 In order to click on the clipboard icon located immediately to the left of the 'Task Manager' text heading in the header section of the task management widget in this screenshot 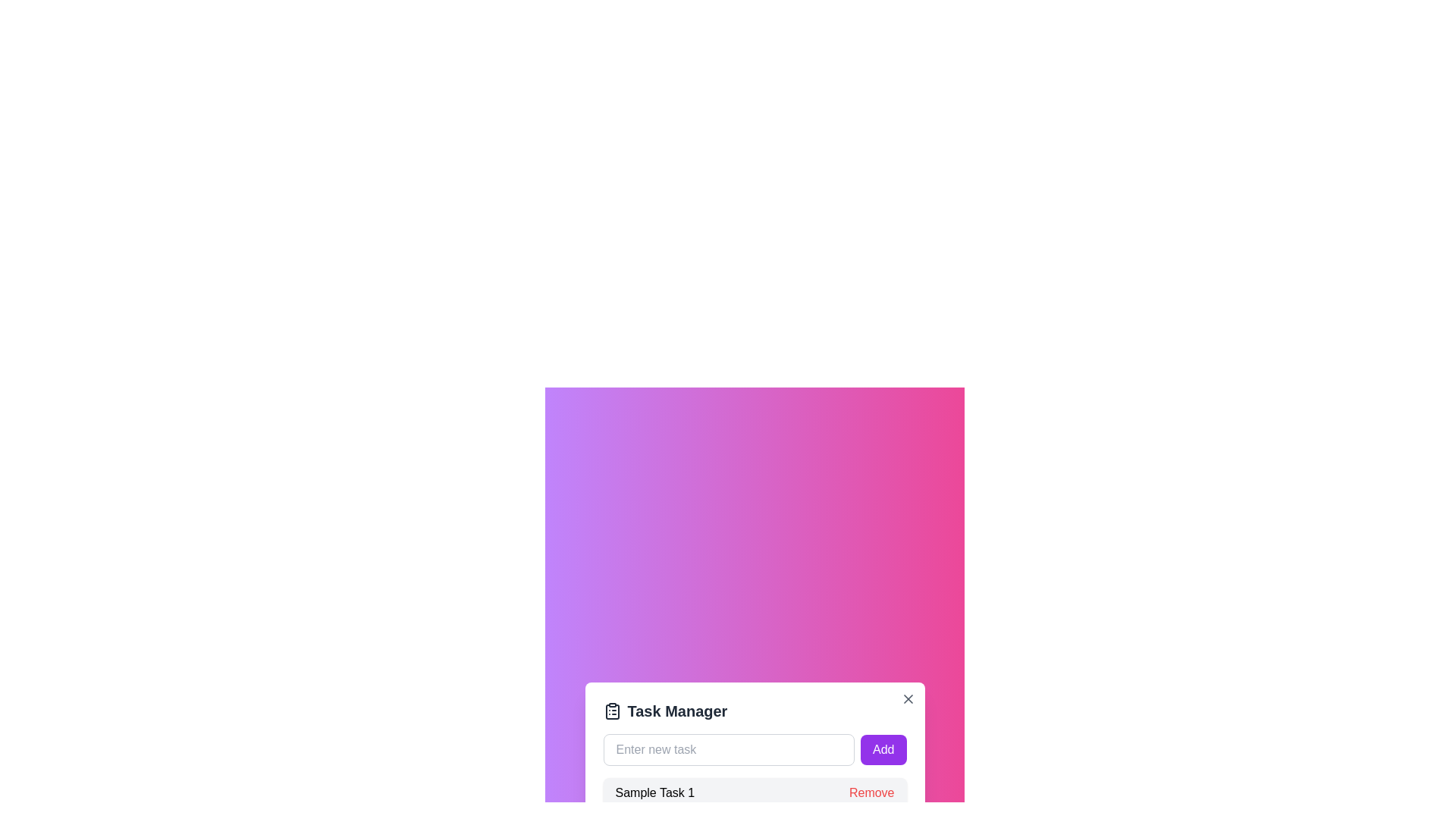, I will do `click(612, 711)`.